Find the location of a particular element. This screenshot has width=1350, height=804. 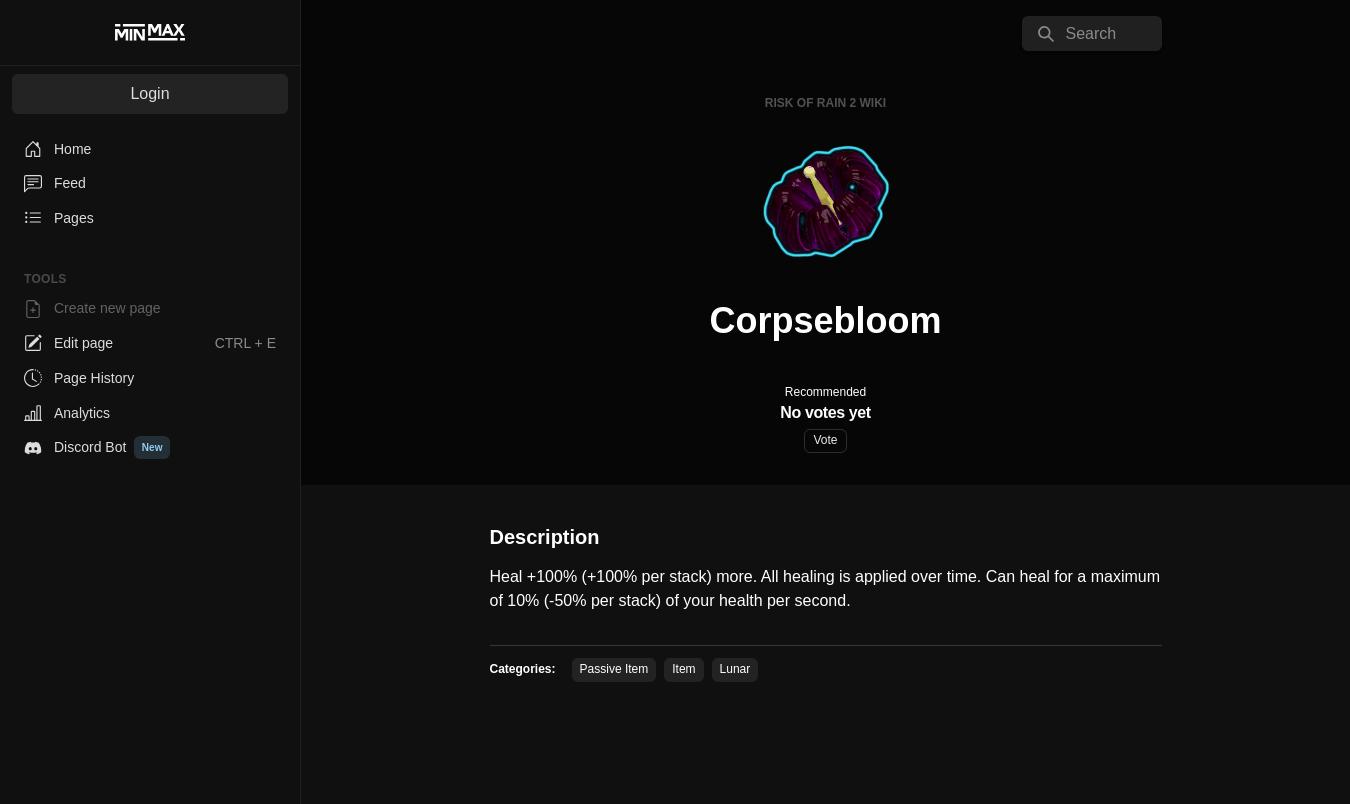

'Wiki' is located at coordinates (871, 102).